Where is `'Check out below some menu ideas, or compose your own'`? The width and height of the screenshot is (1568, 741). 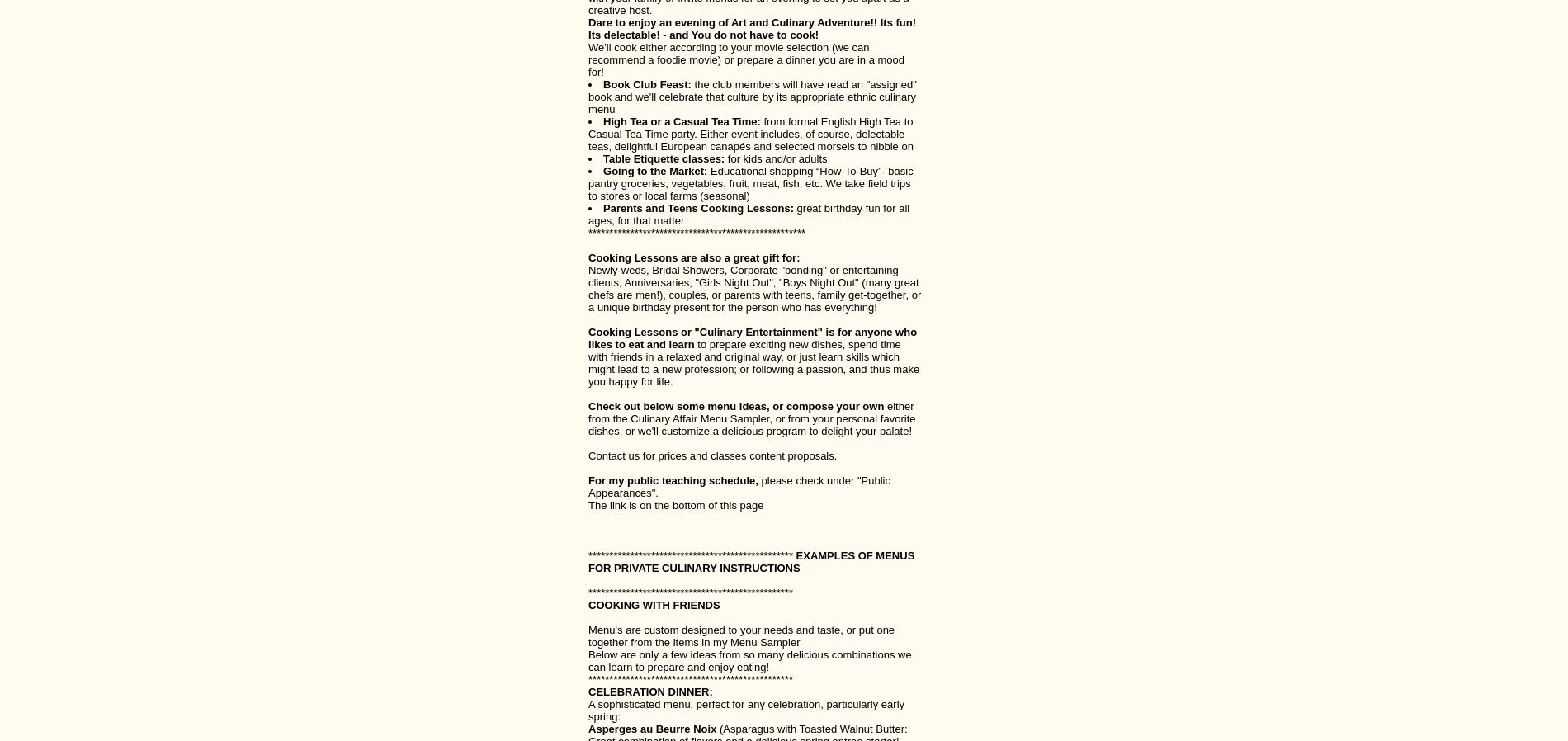
'Check out below some menu ideas, or compose your own' is located at coordinates (736, 405).